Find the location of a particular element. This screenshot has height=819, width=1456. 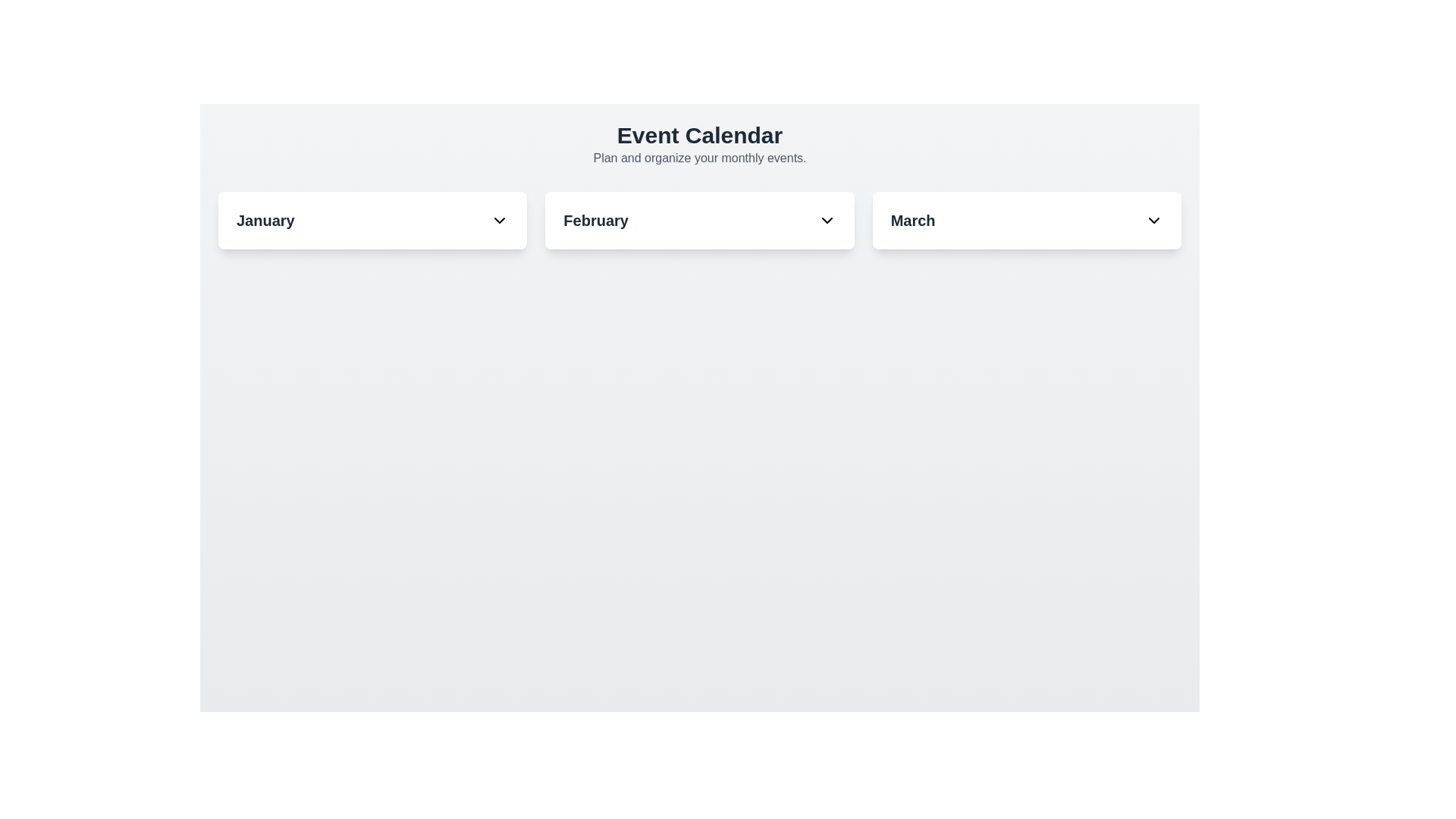

the chevron arrow icon located at the far-right of the 'February' dropdown is located at coordinates (826, 220).